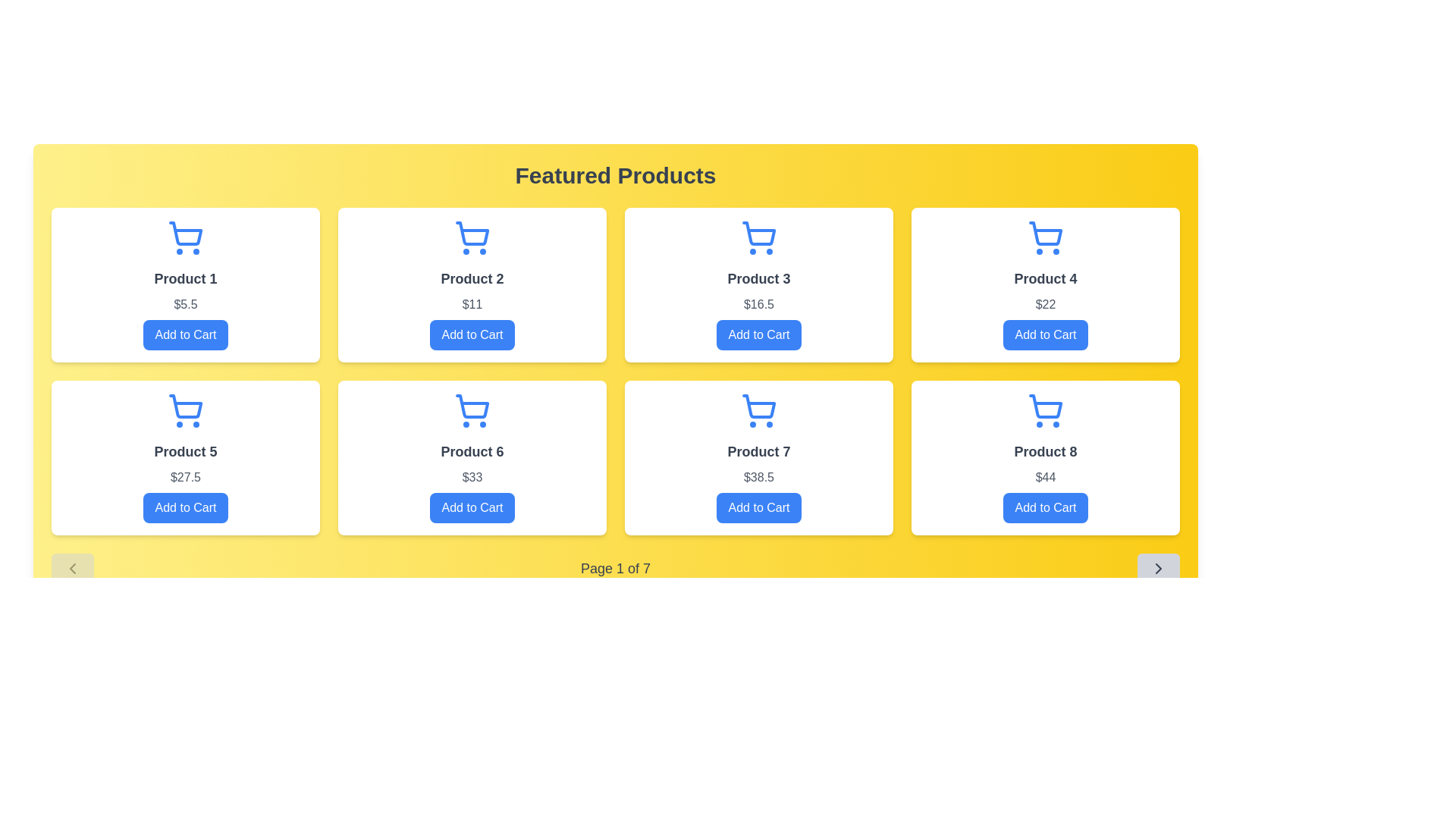 Image resolution: width=1456 pixels, height=819 pixels. I want to click on the shopping icon positioned in the top-middle area of the product card for 'Product 5', located directly above the text '$27.5' and 'Add to Cart', so click(184, 411).